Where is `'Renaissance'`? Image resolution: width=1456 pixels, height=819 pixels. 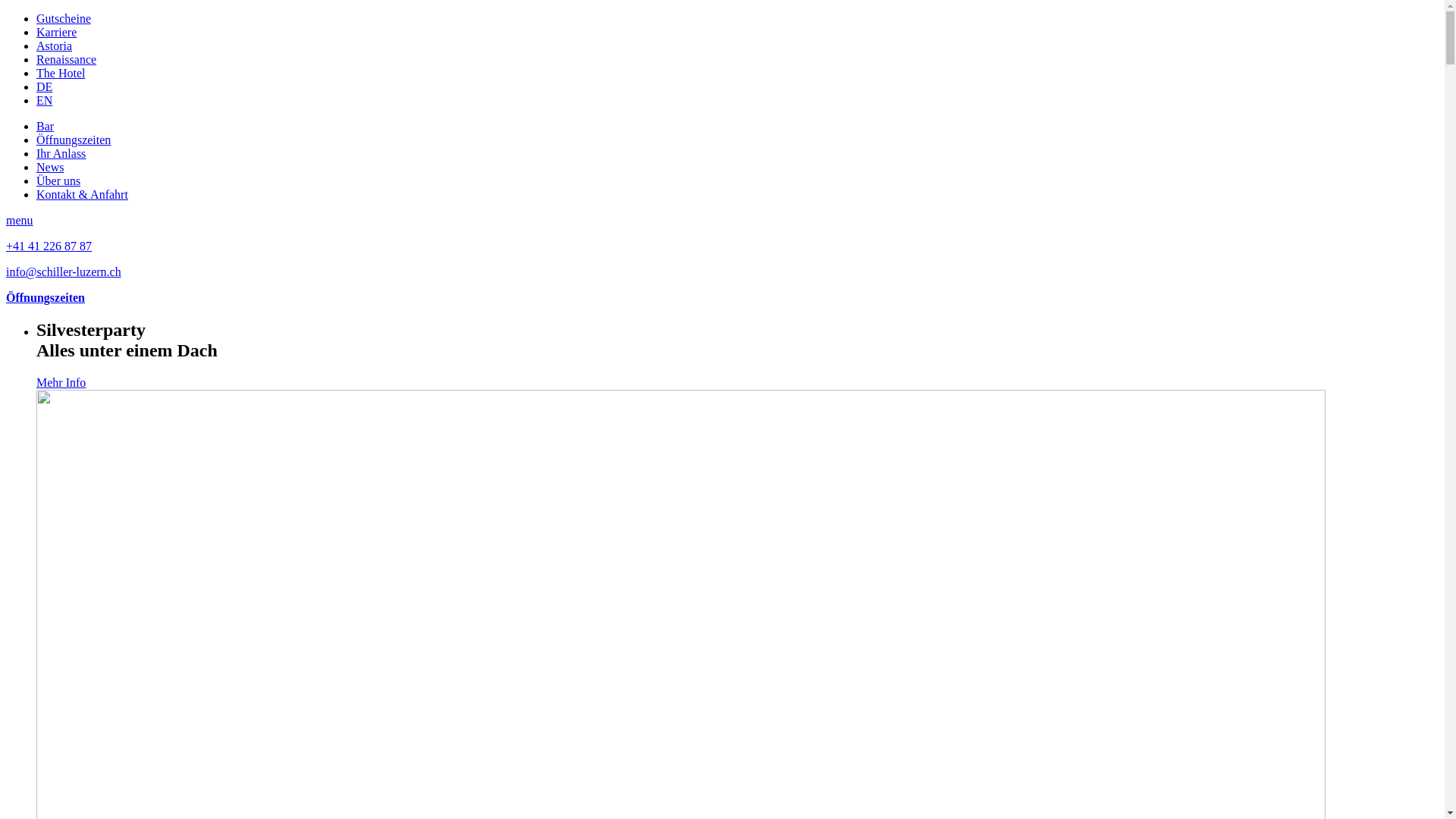
'Renaissance' is located at coordinates (65, 58).